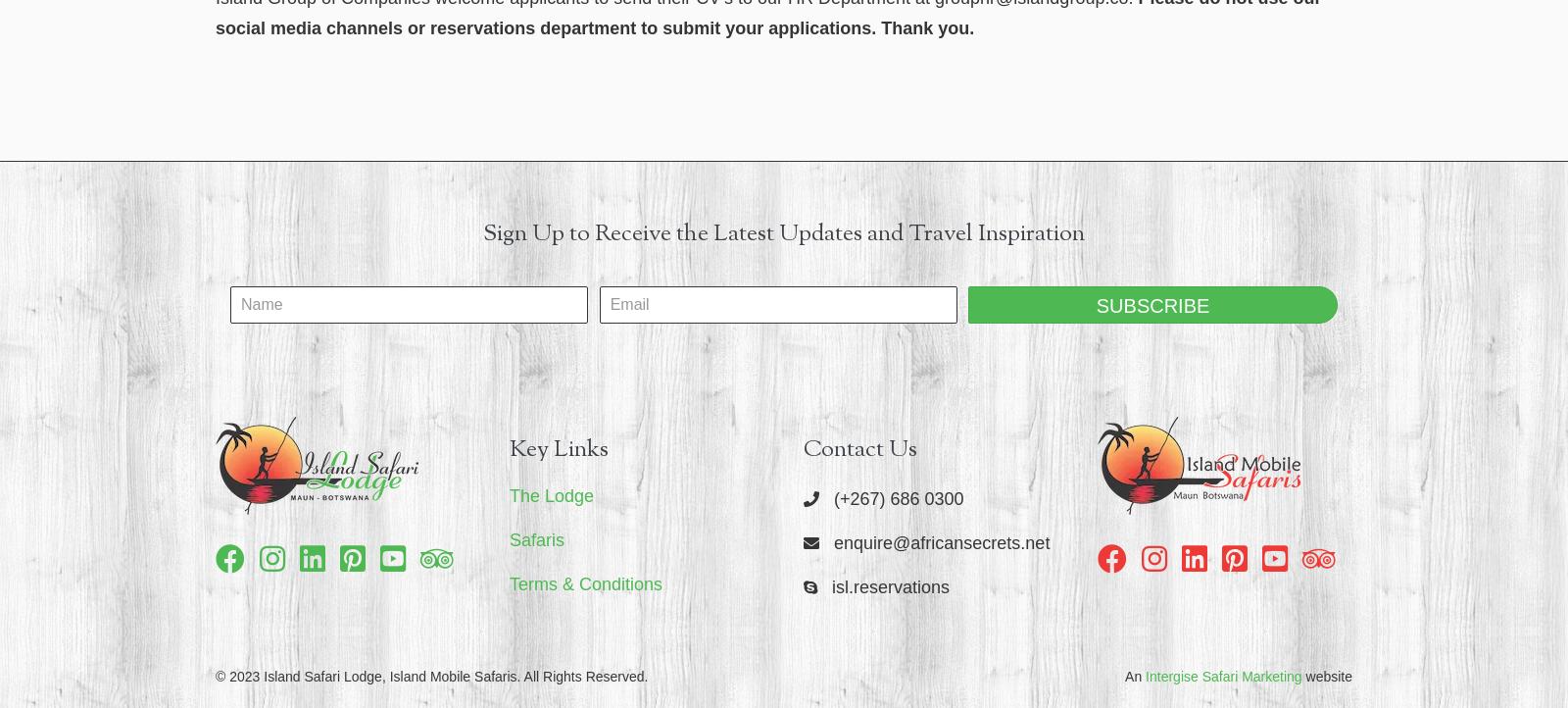 The width and height of the screenshot is (1568, 708). Describe the element at coordinates (784, 232) in the screenshot. I see `'Sign Up to Receive the Latest Updates and Travel Inspiration'` at that location.